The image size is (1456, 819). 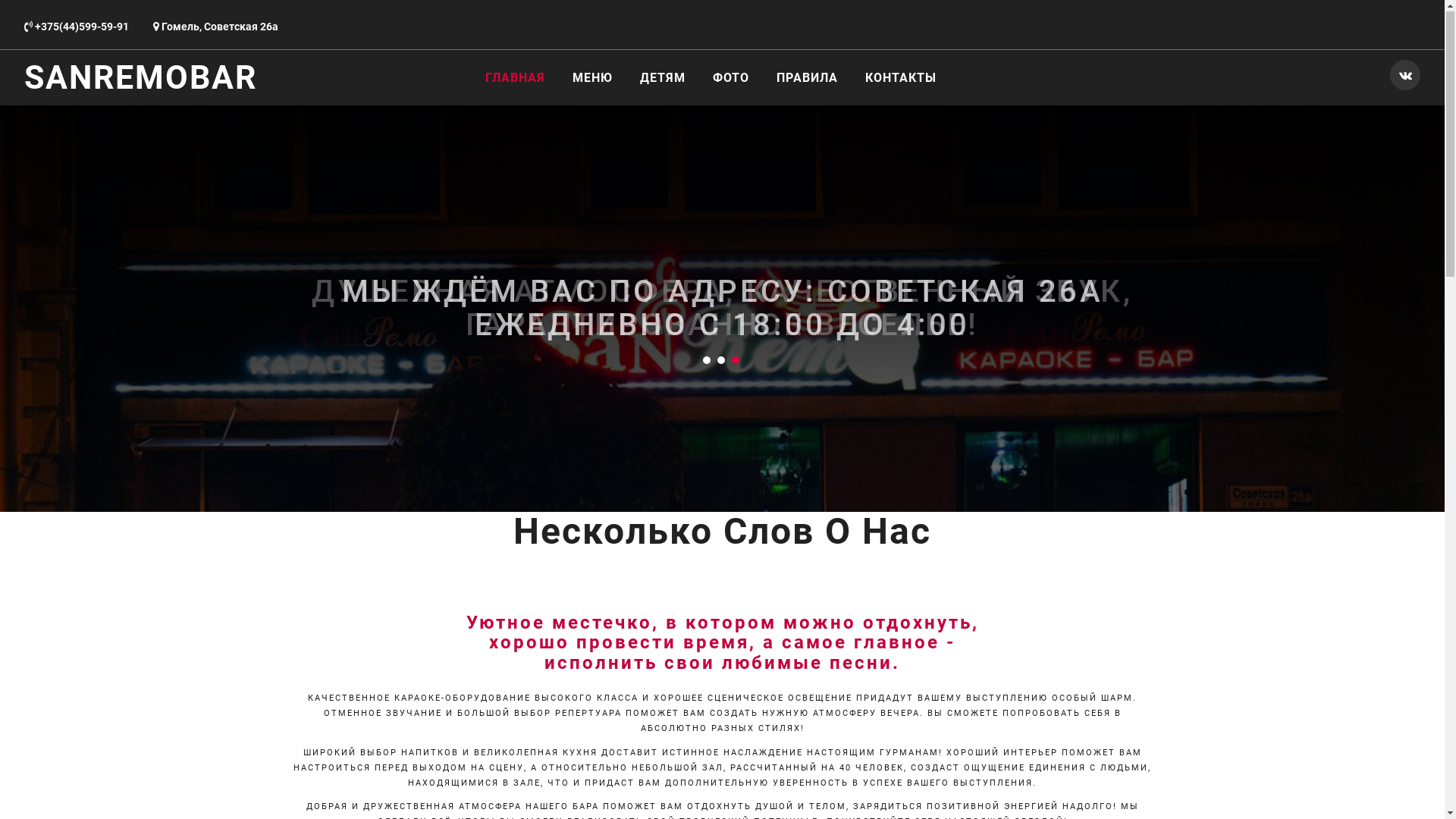 I want to click on 'SANREMOBAR', so click(x=140, y=78).